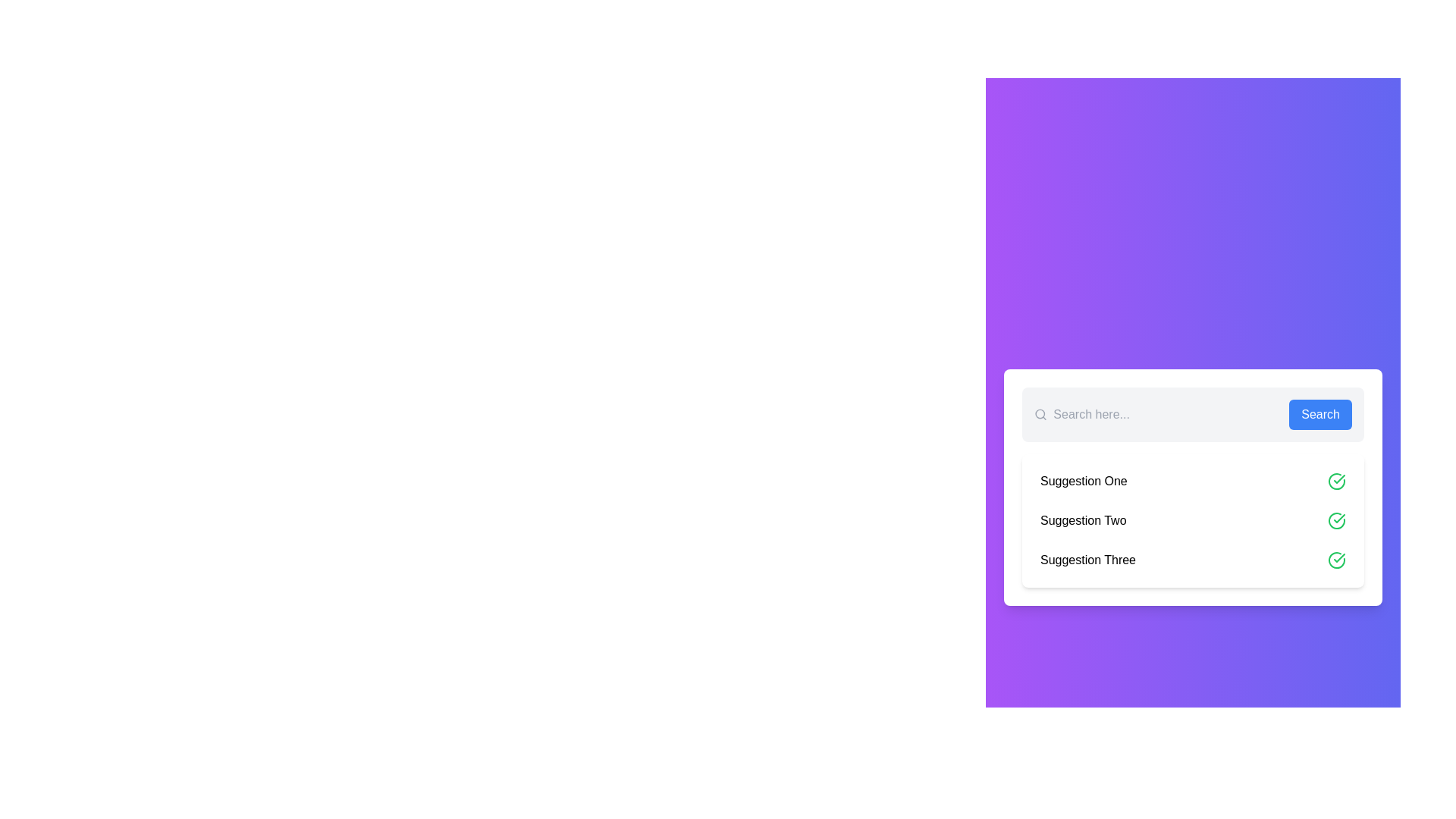 The width and height of the screenshot is (1456, 819). Describe the element at coordinates (1040, 415) in the screenshot. I see `the search icon located to the immediate left of the input field in the search bar, which indicates the search functionality of the interface` at that location.